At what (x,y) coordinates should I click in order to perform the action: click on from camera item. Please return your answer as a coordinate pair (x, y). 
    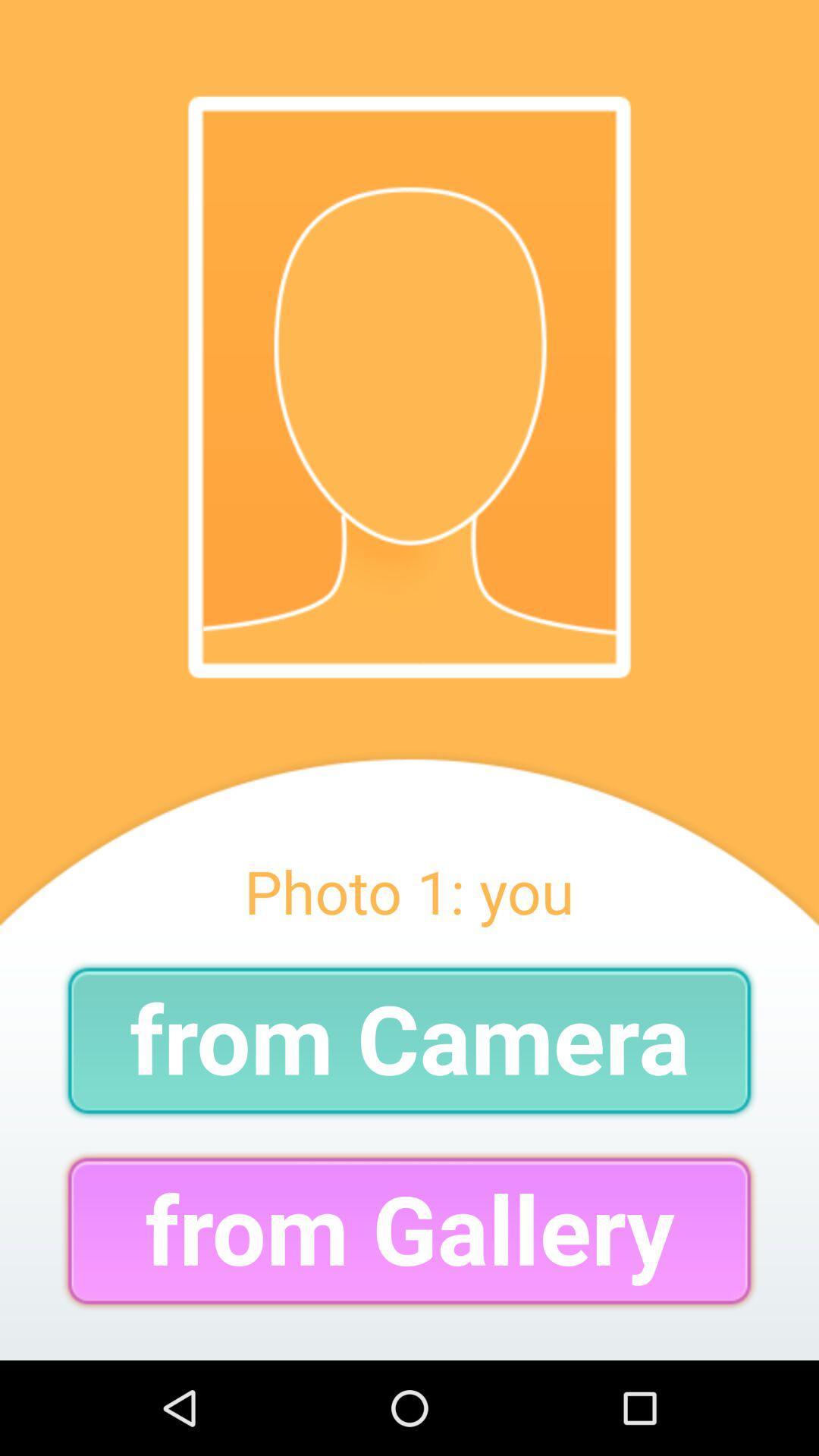
    Looking at the image, I should click on (409, 1040).